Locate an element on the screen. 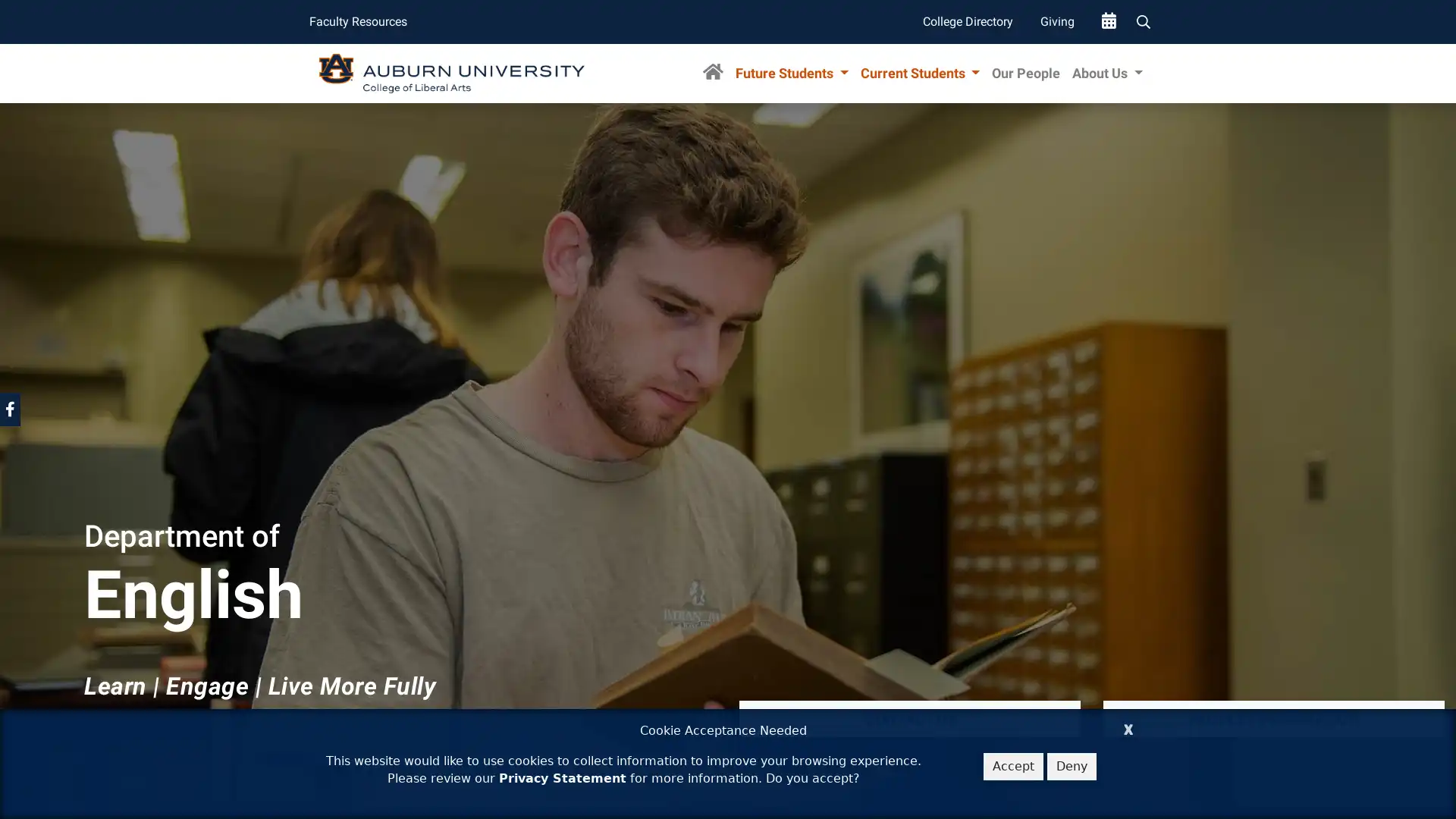 The width and height of the screenshot is (1456, 819). Close Cookie Acceptance is located at coordinates (1128, 726).